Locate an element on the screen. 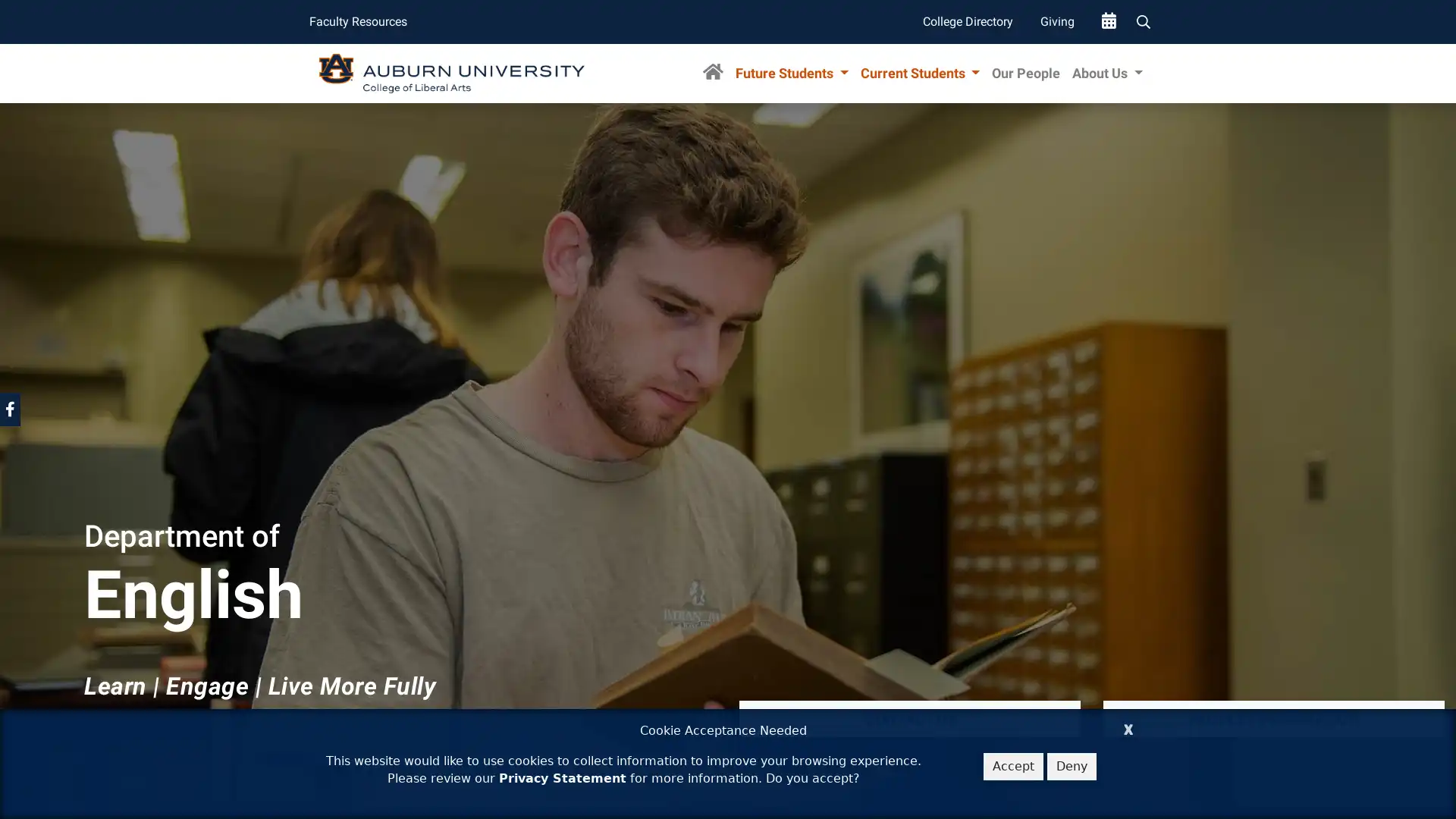 The width and height of the screenshot is (1456, 819). Close Cookie Acceptance is located at coordinates (1128, 726).